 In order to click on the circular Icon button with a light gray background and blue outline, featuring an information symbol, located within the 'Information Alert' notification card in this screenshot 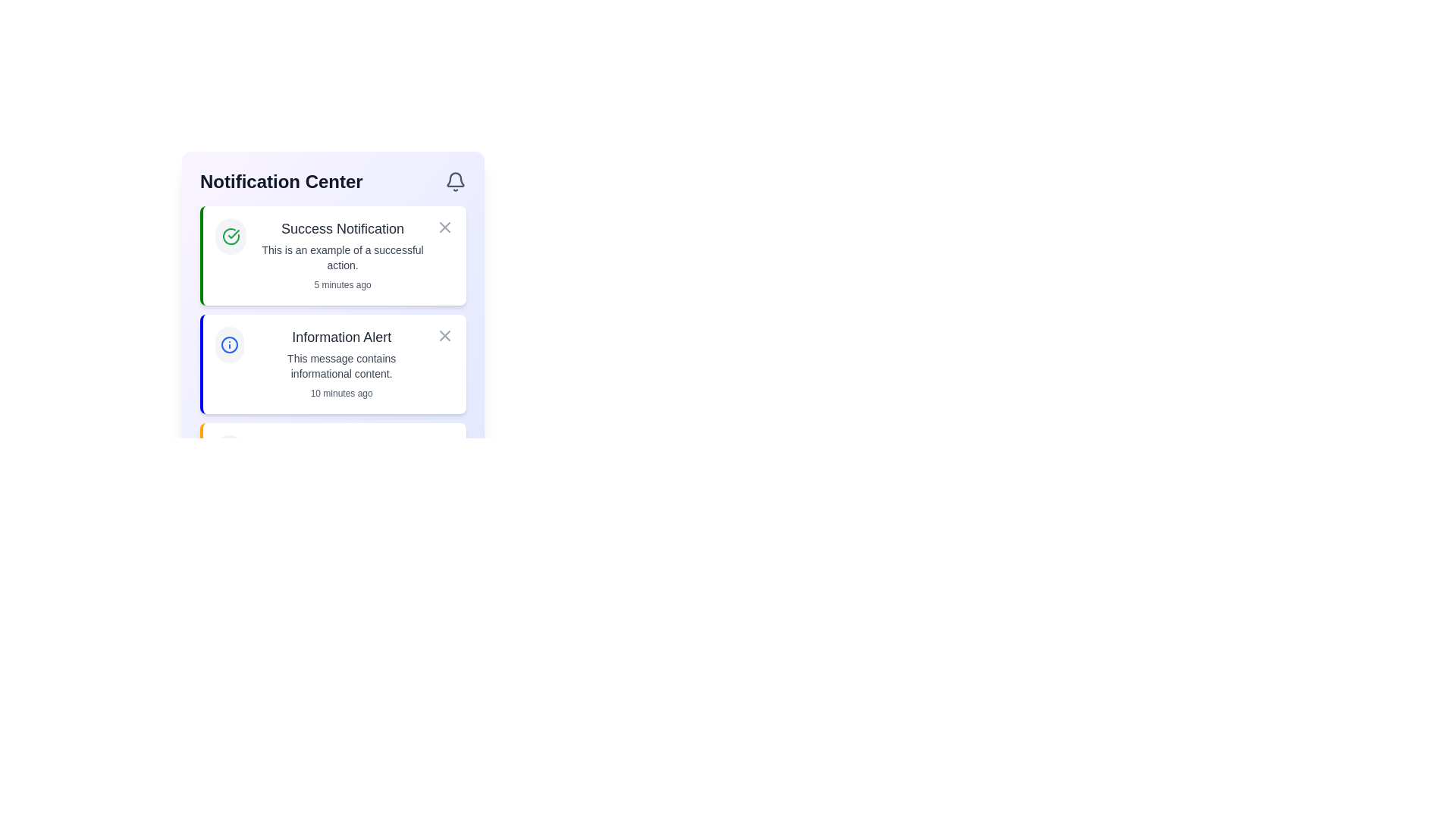, I will do `click(229, 345)`.